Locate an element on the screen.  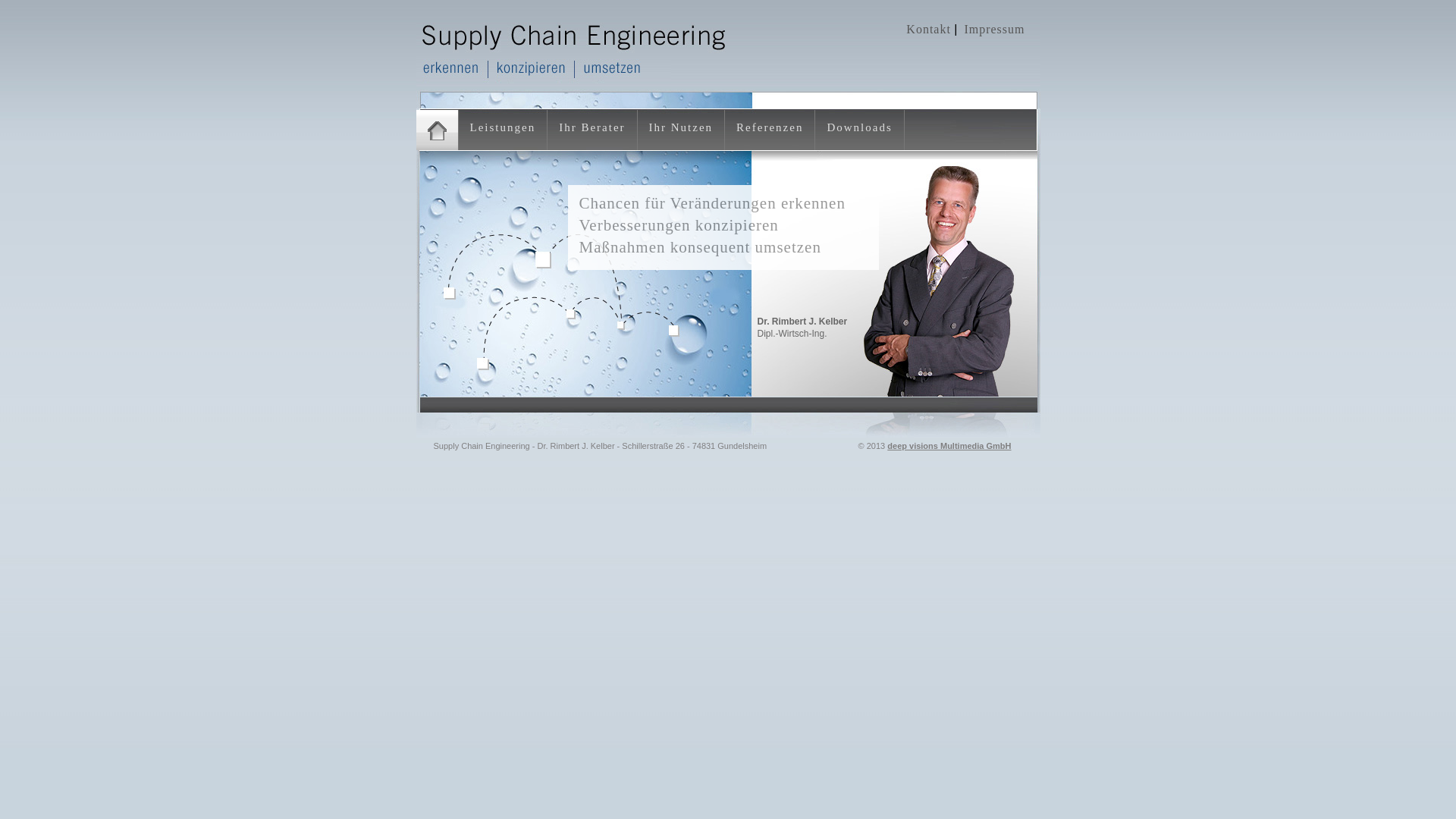
'Ihr Nutzen' is located at coordinates (648, 127).